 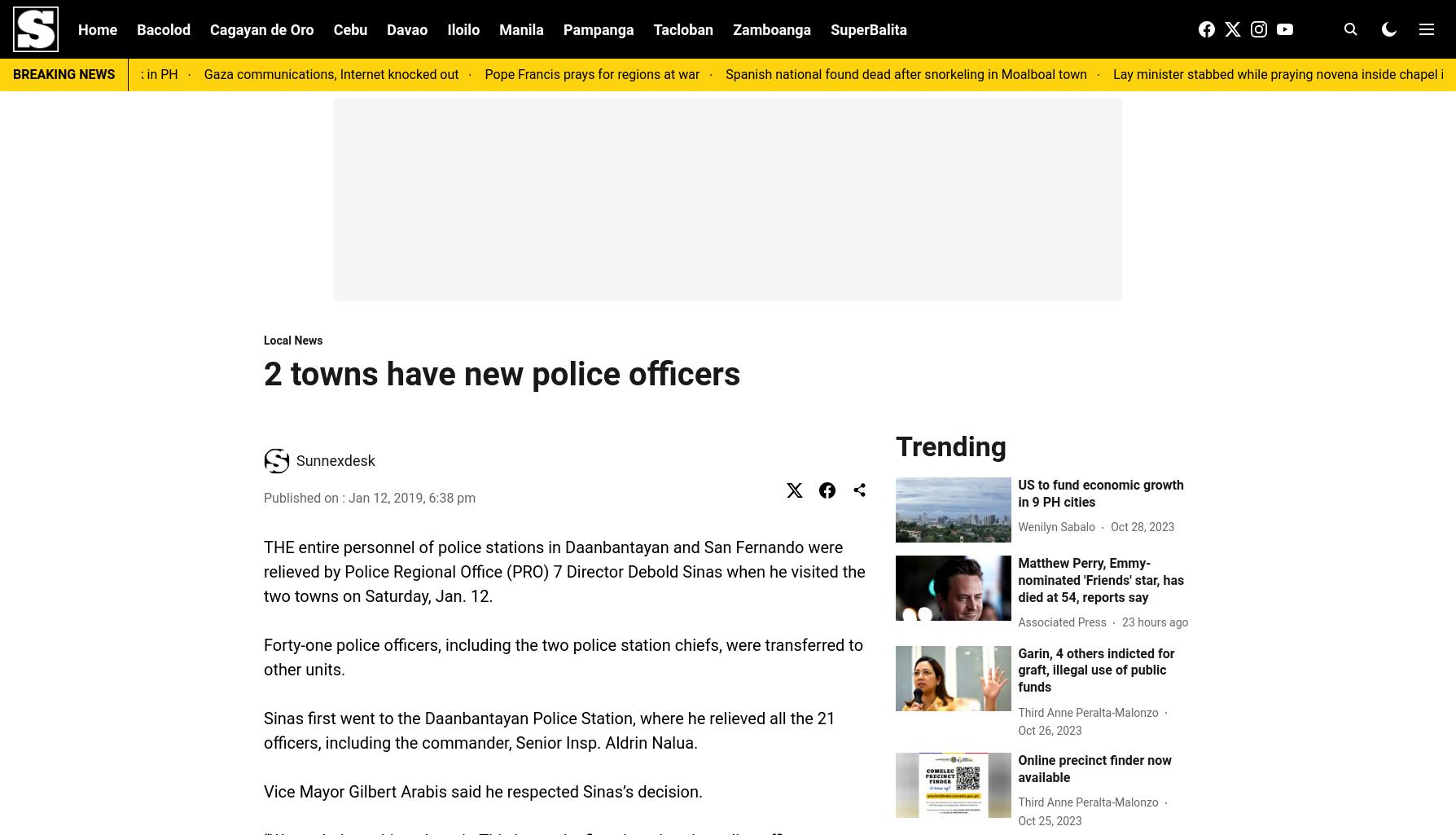 What do you see at coordinates (1101, 578) in the screenshot?
I see `'Matthew Perry, Emmy-nominated 'Friends' star, has died at 54, reports say'` at bounding box center [1101, 578].